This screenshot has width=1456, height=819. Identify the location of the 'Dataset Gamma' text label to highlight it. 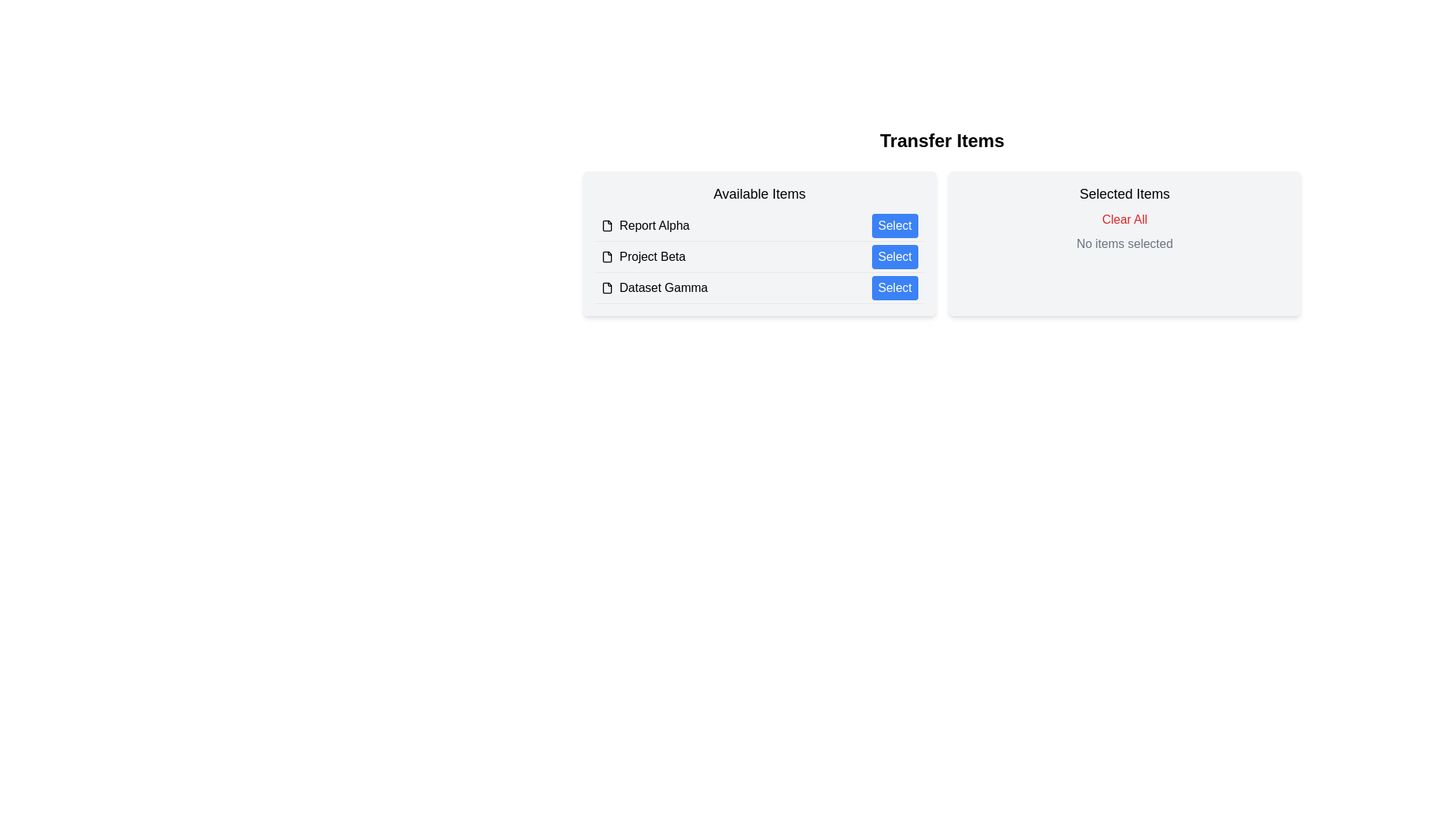
(654, 288).